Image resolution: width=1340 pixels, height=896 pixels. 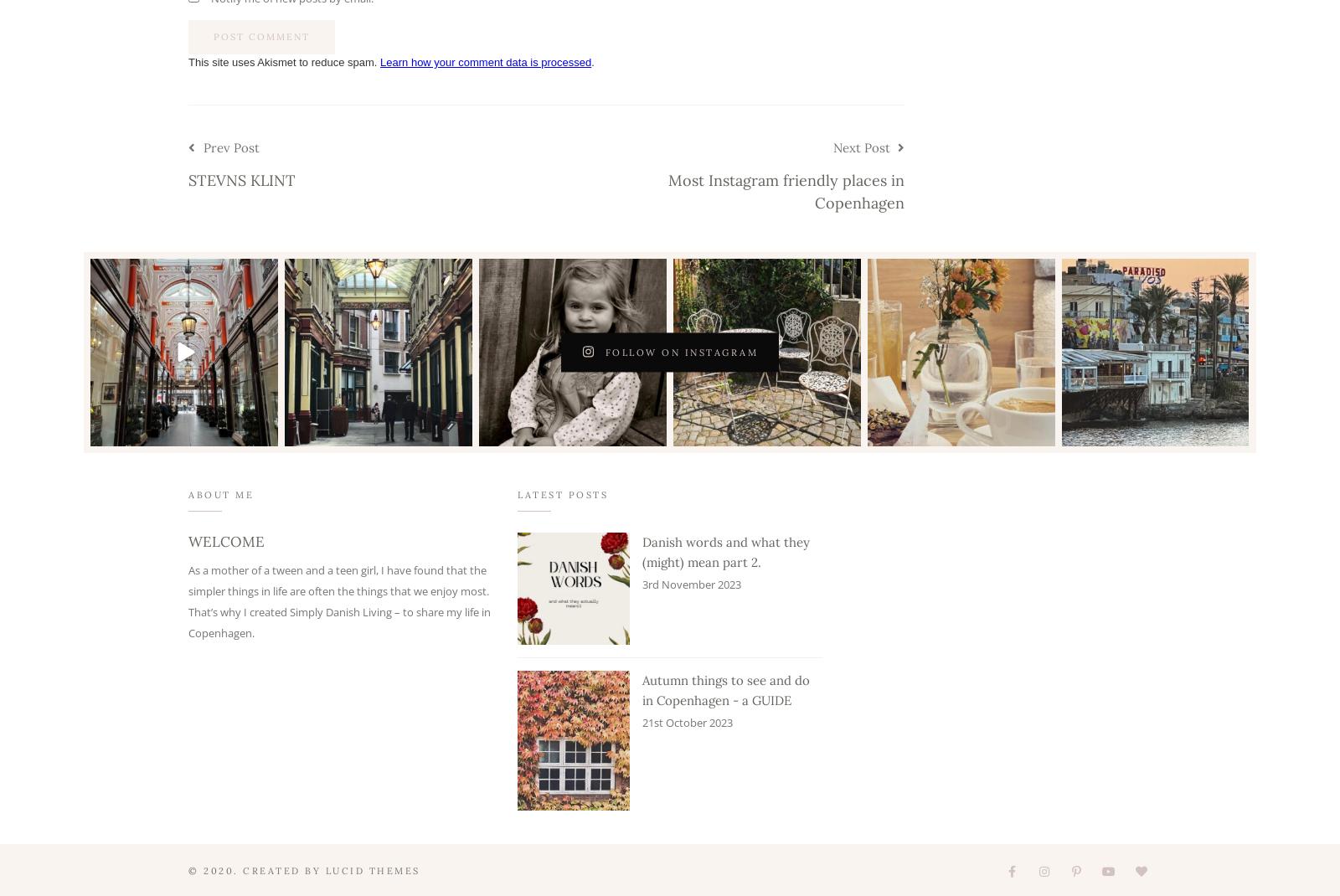 What do you see at coordinates (304, 871) in the screenshot?
I see `'© 2020. Created By Lucid Themes'` at bounding box center [304, 871].